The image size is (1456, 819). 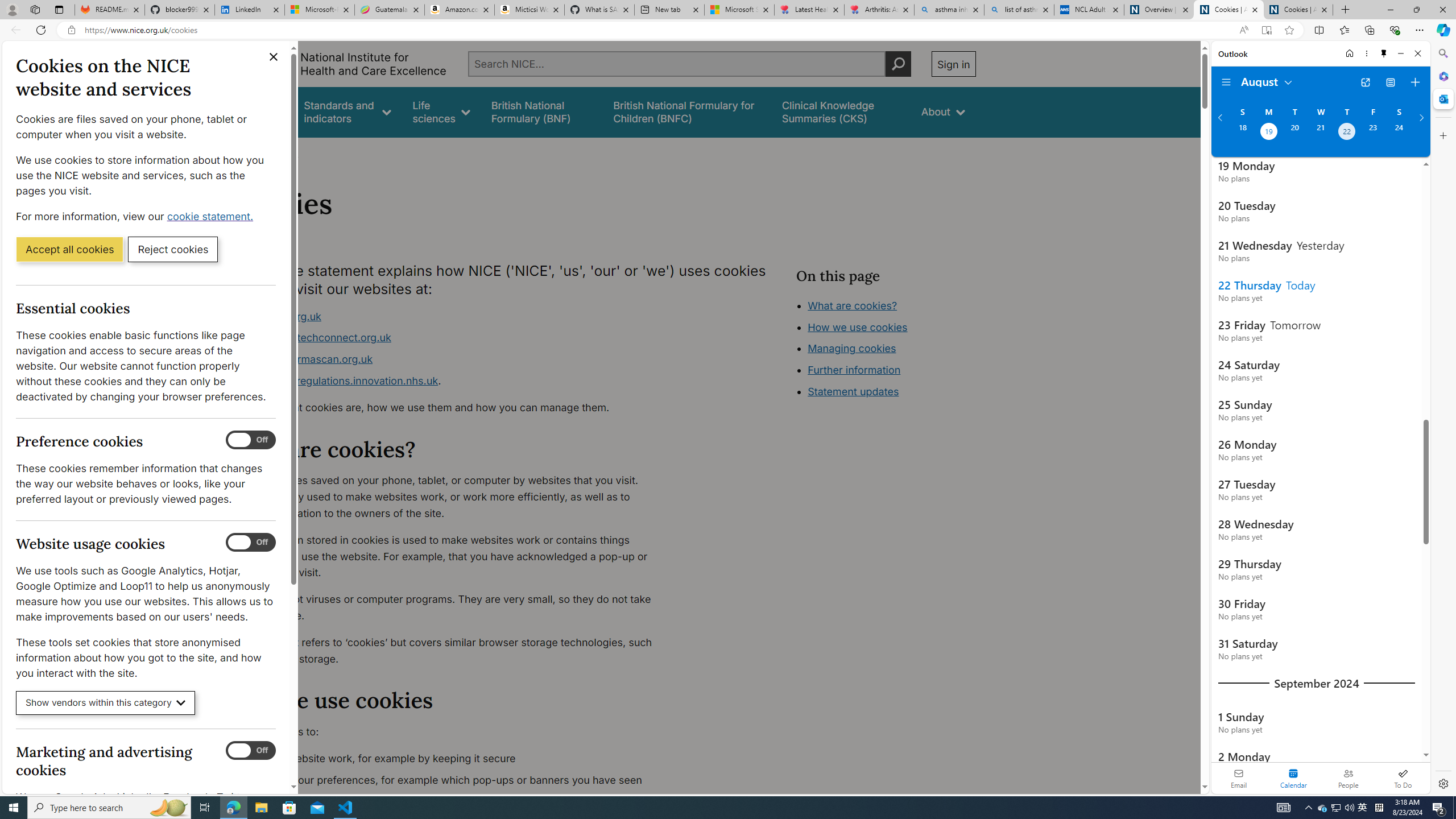 What do you see at coordinates (1088, 9) in the screenshot?
I see `'NCL Adult Asthma Inhaler Choice Guideline'` at bounding box center [1088, 9].